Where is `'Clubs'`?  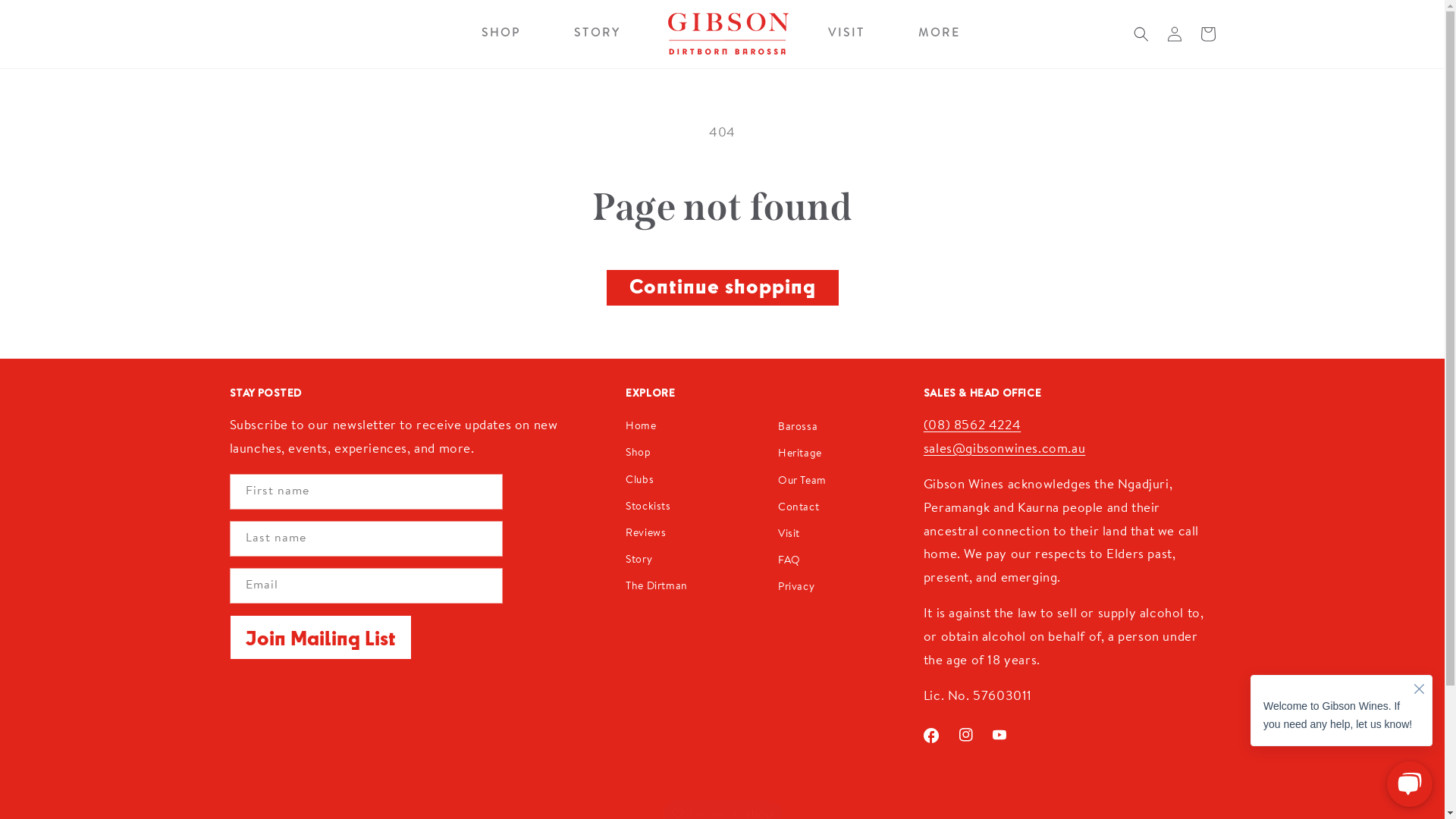
'Clubs' is located at coordinates (626, 481).